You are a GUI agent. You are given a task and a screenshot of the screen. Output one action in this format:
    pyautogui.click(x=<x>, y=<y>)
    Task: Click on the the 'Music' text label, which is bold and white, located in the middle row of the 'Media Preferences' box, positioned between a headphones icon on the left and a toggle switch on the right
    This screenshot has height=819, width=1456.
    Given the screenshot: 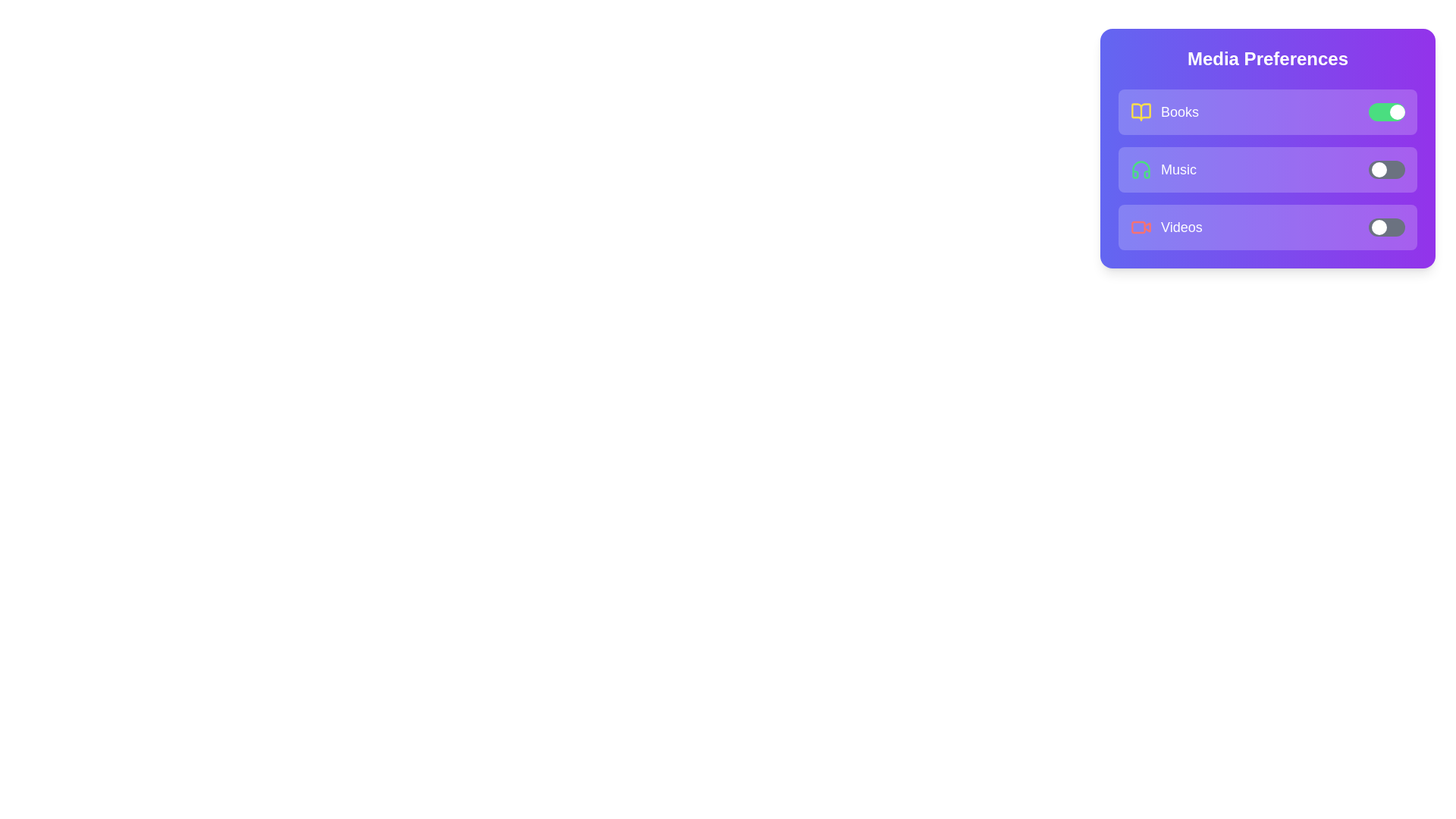 What is the action you would take?
    pyautogui.click(x=1178, y=169)
    